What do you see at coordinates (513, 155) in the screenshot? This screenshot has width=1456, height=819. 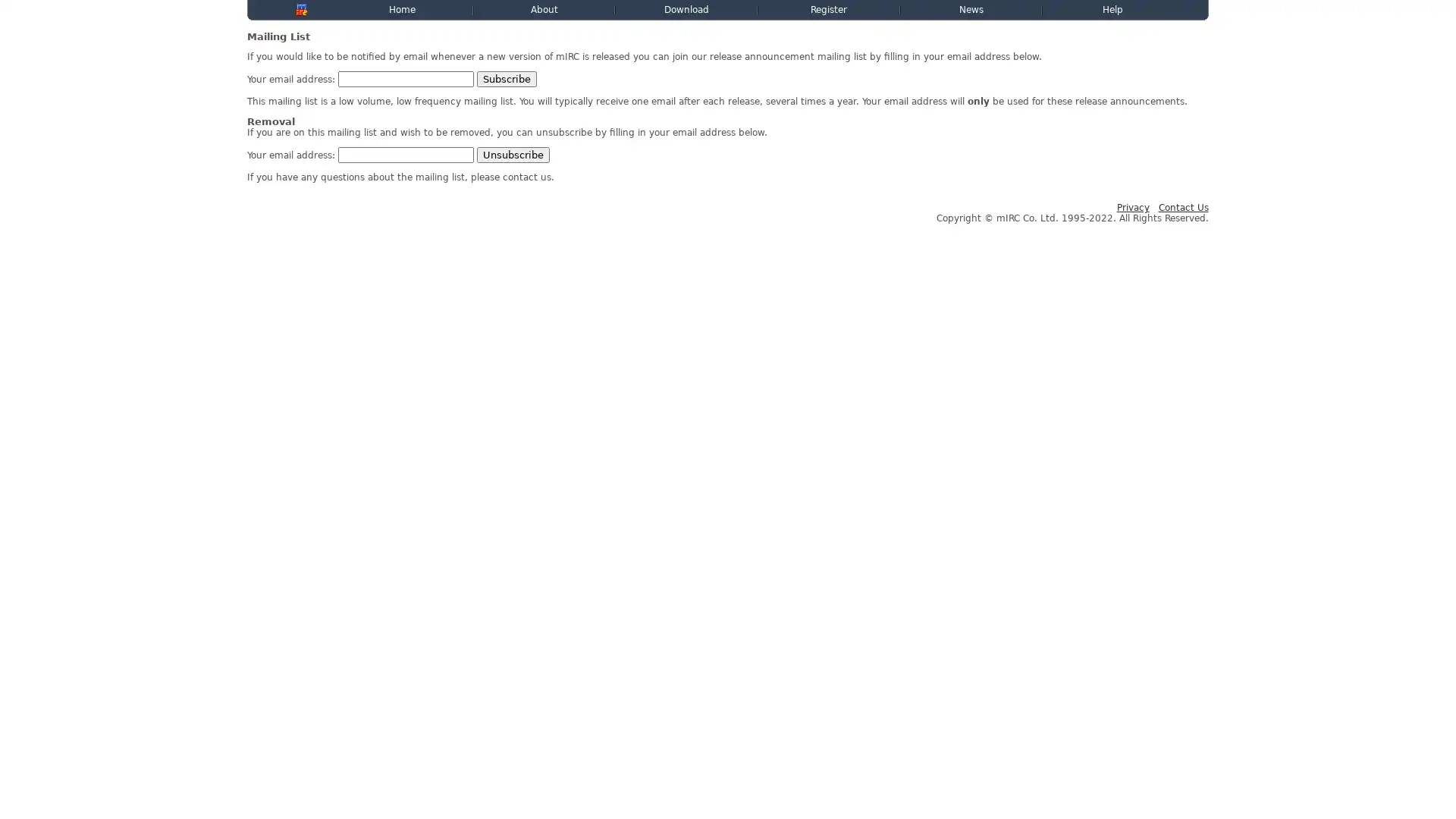 I see `Unsubscribe` at bounding box center [513, 155].